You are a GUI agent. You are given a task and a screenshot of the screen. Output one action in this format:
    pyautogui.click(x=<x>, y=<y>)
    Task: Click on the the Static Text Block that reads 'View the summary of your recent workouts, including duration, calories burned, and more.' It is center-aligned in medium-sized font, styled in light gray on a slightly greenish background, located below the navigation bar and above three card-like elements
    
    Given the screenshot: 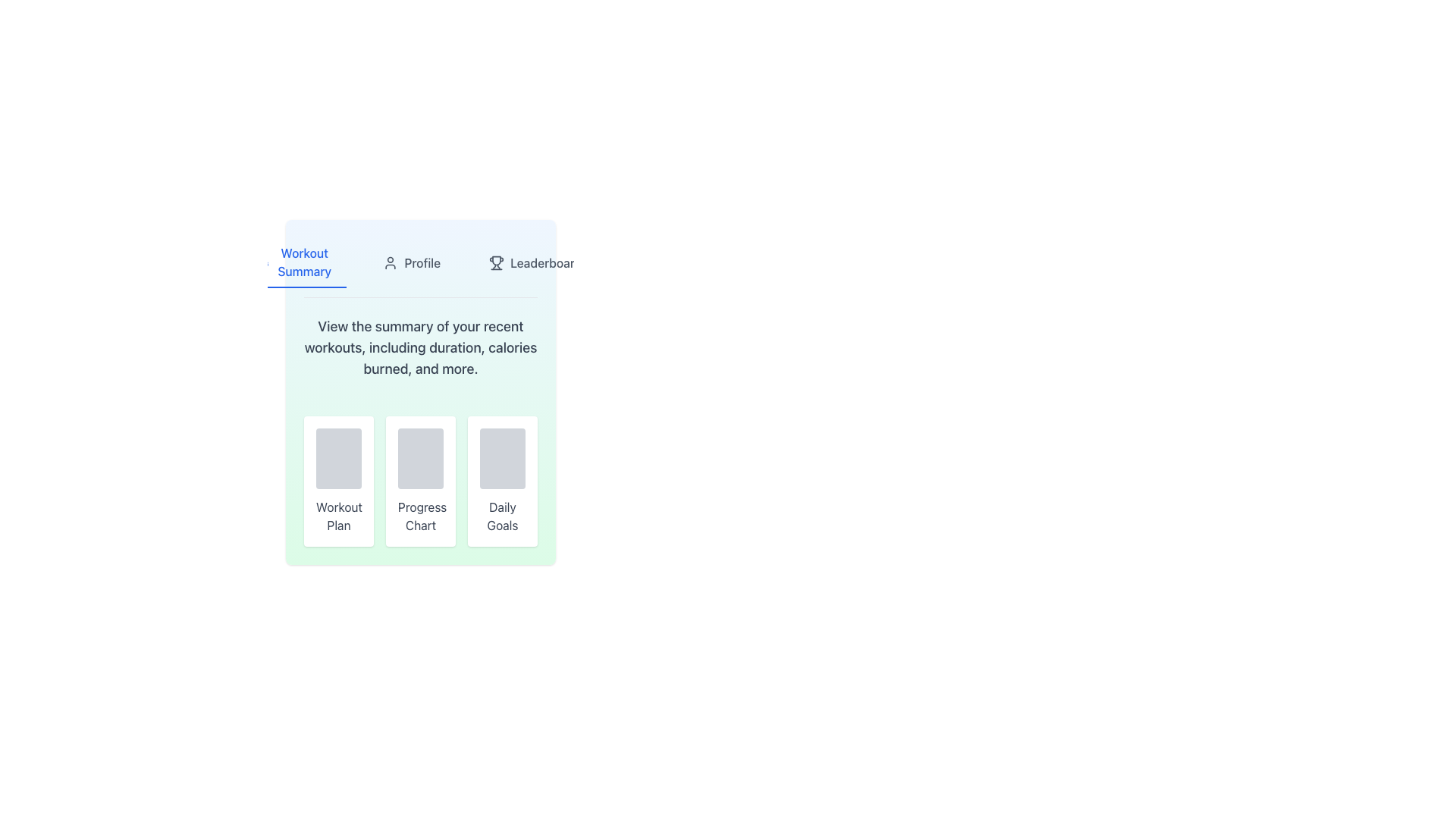 What is the action you would take?
    pyautogui.click(x=421, y=348)
    